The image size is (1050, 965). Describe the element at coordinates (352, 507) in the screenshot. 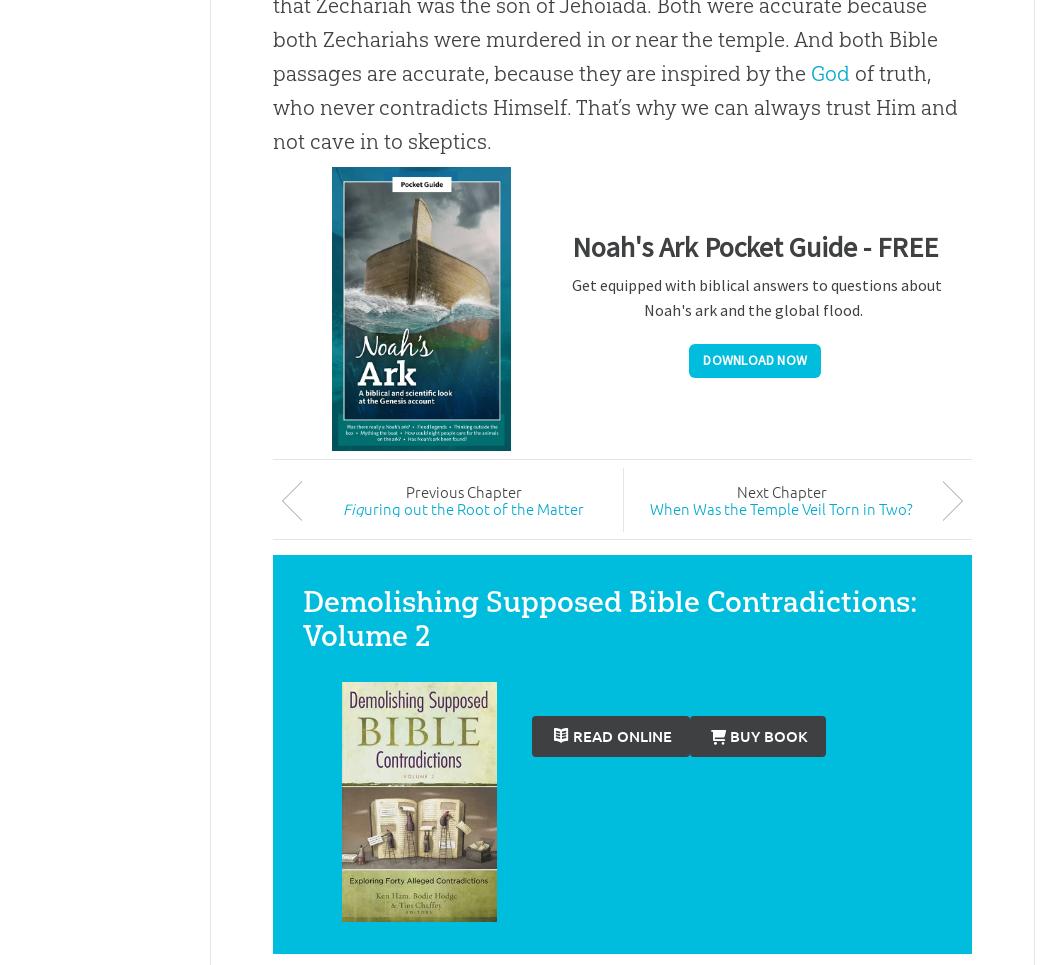

I see `'Fig'` at that location.